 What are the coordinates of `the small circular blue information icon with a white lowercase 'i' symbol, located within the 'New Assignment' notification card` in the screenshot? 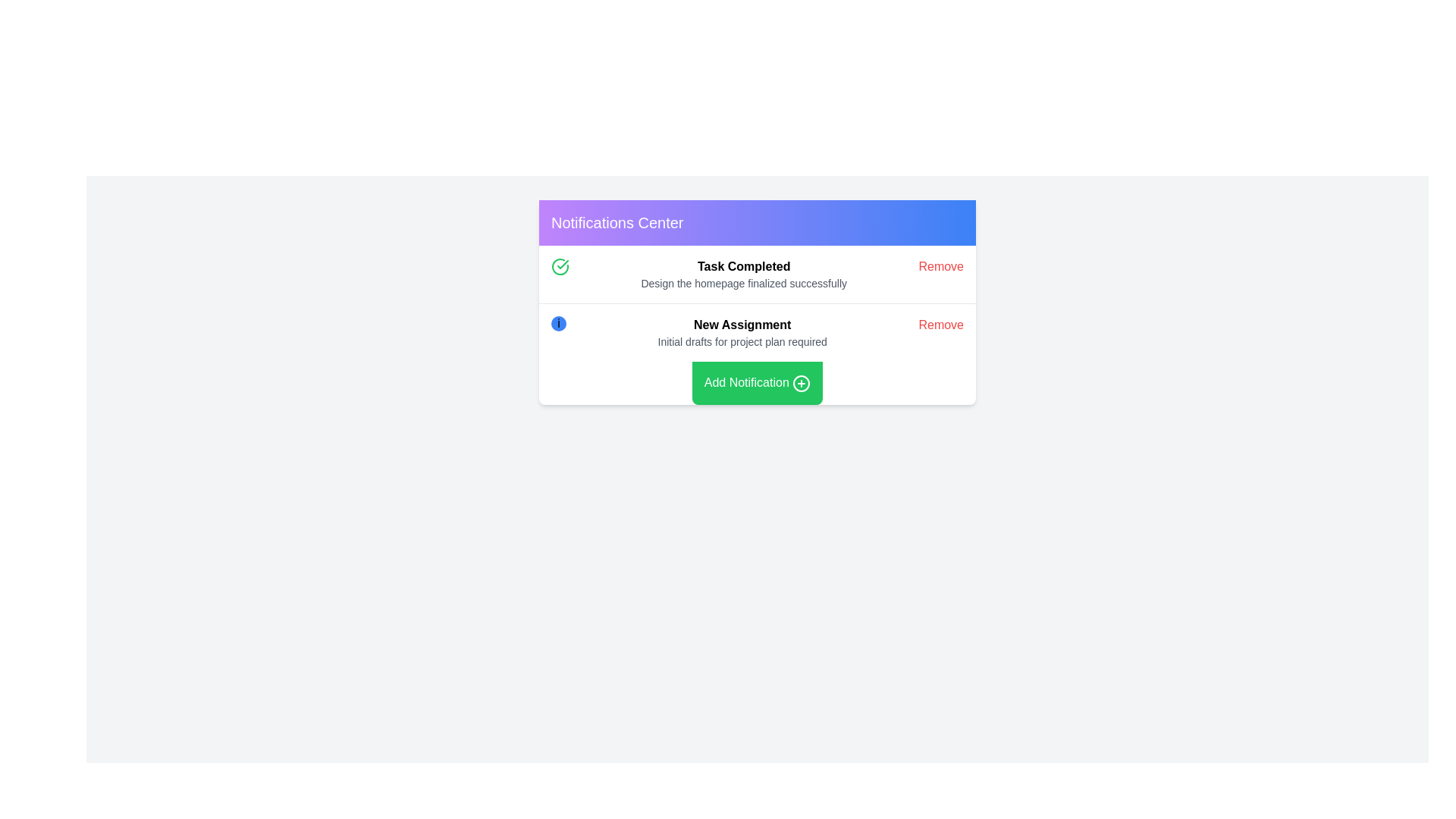 It's located at (558, 323).